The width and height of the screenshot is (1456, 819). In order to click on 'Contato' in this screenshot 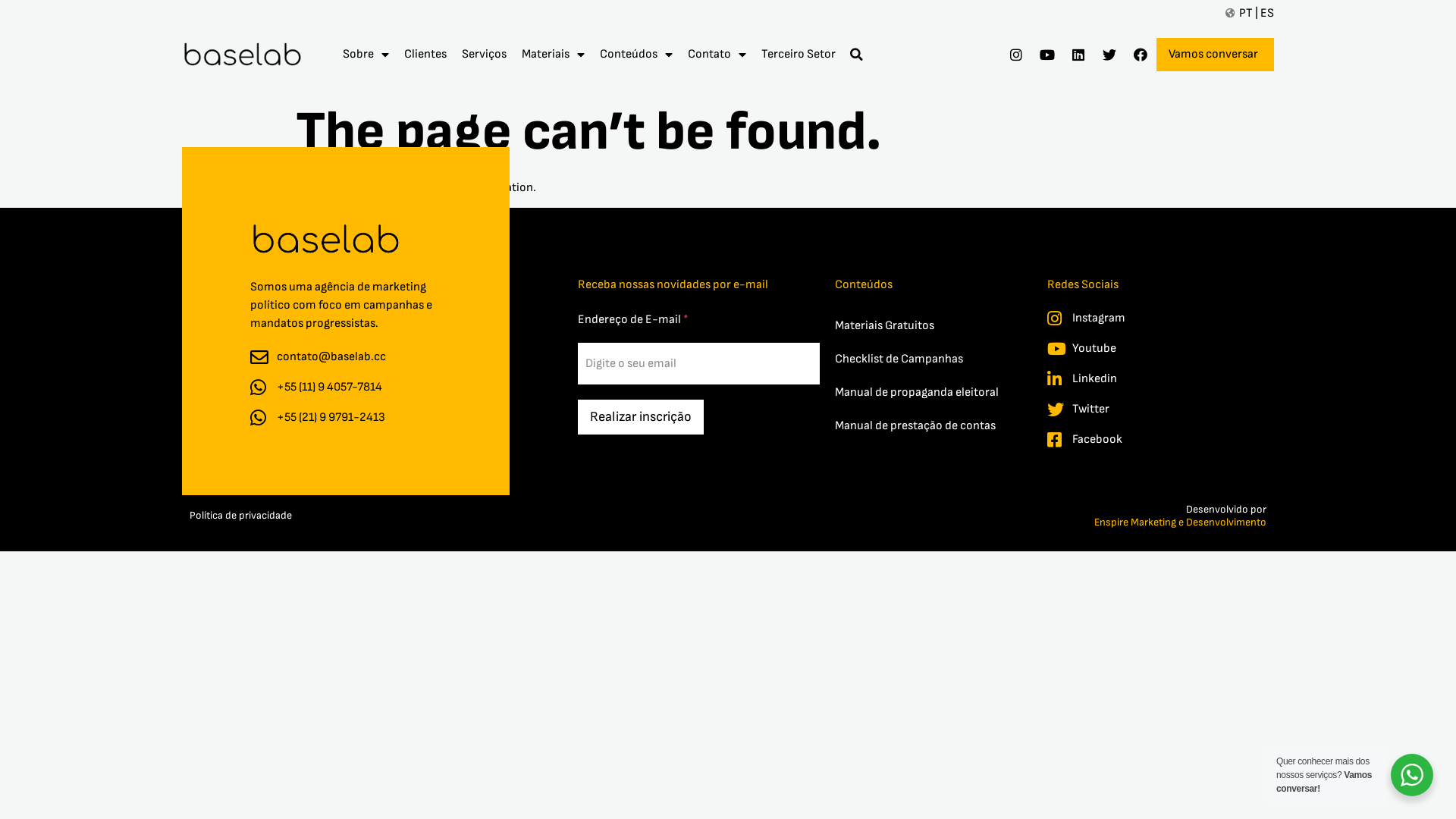, I will do `click(716, 54)`.